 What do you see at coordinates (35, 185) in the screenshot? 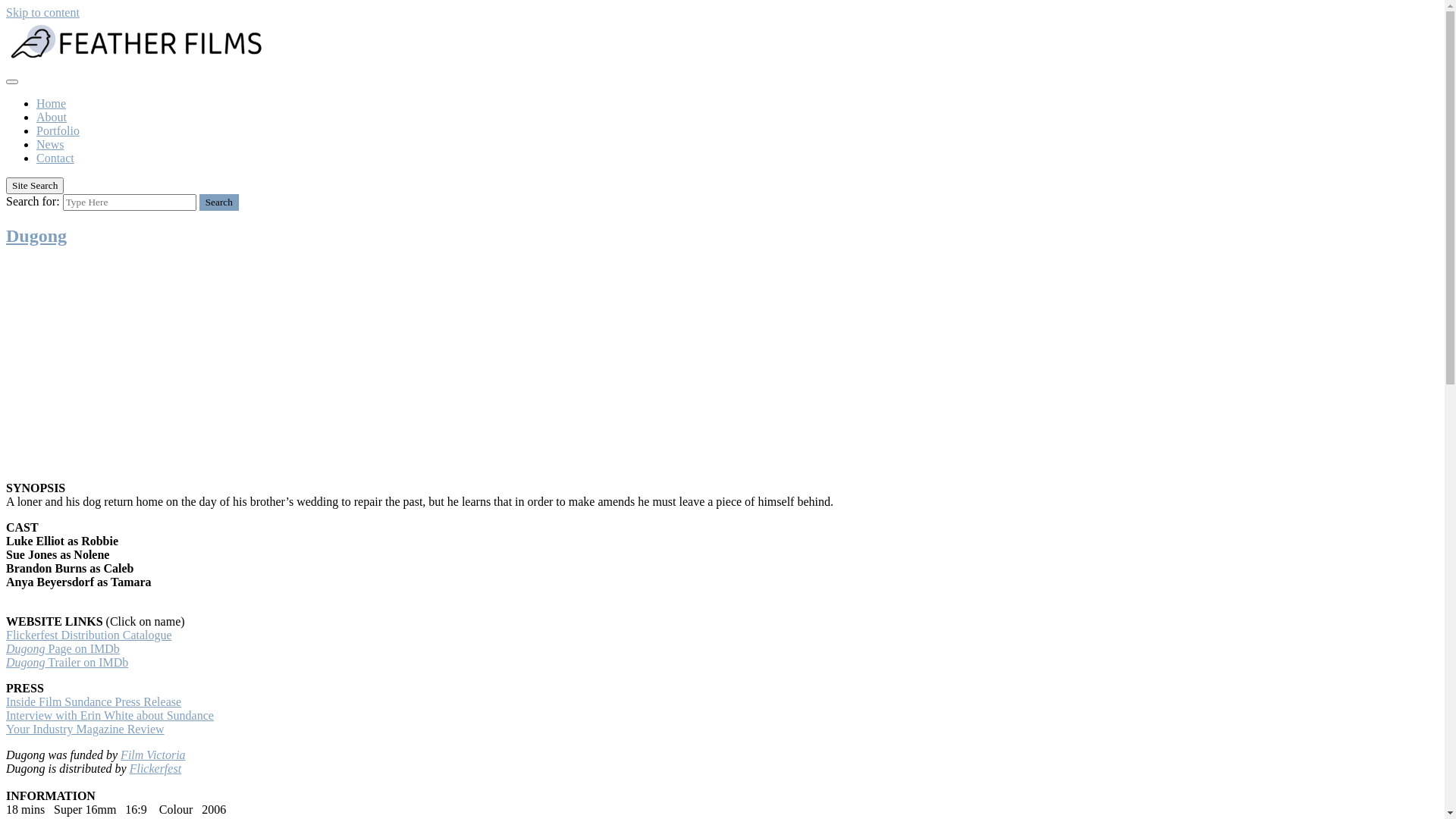
I see `'Site Search'` at bounding box center [35, 185].